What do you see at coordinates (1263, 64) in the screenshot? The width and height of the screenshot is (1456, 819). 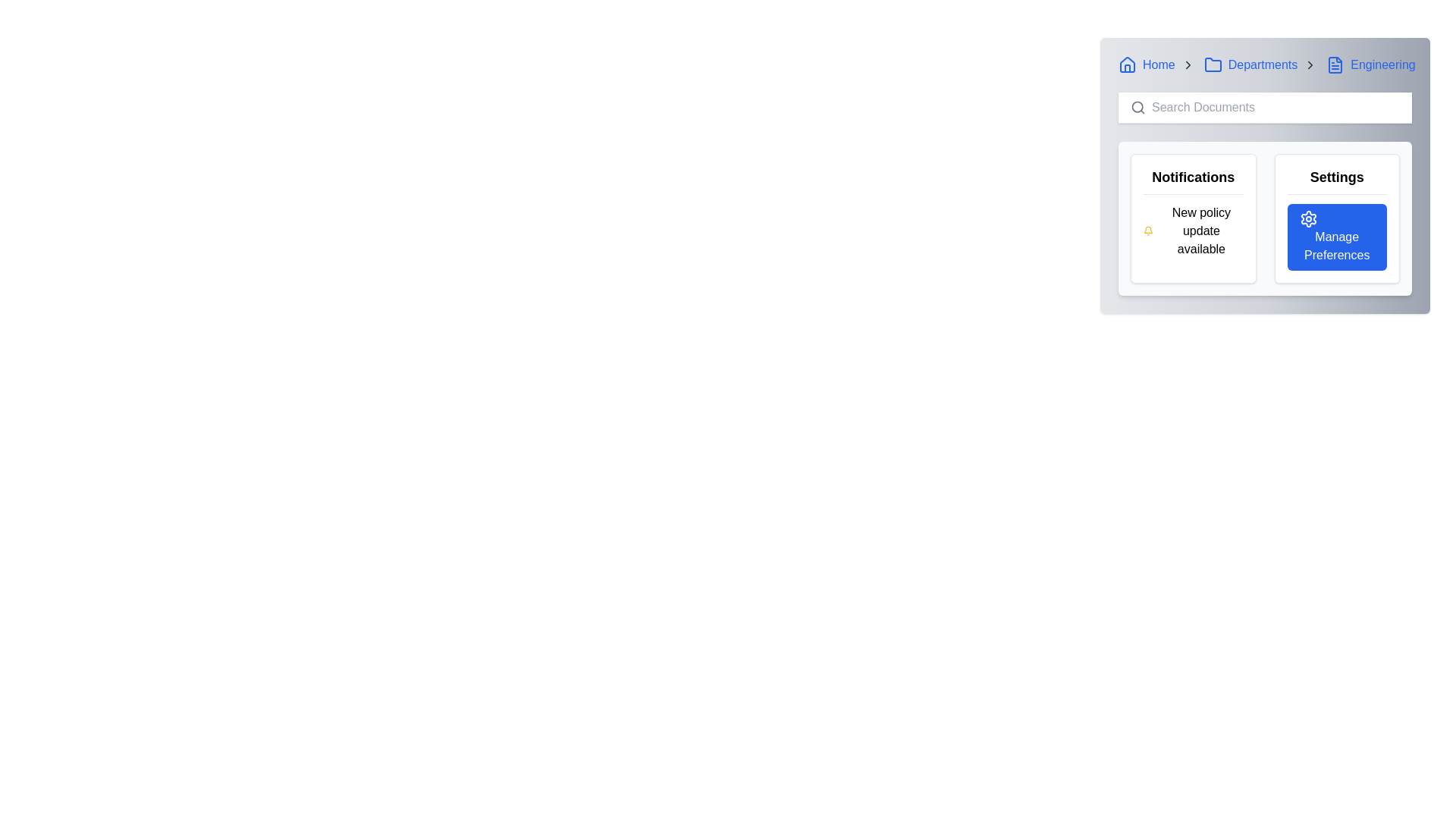 I see `the static text label reading 'Departments' in the breadcrumb navigation bar, which is styled with a medium-weight blue font and positioned to the right of the folder icon` at bounding box center [1263, 64].